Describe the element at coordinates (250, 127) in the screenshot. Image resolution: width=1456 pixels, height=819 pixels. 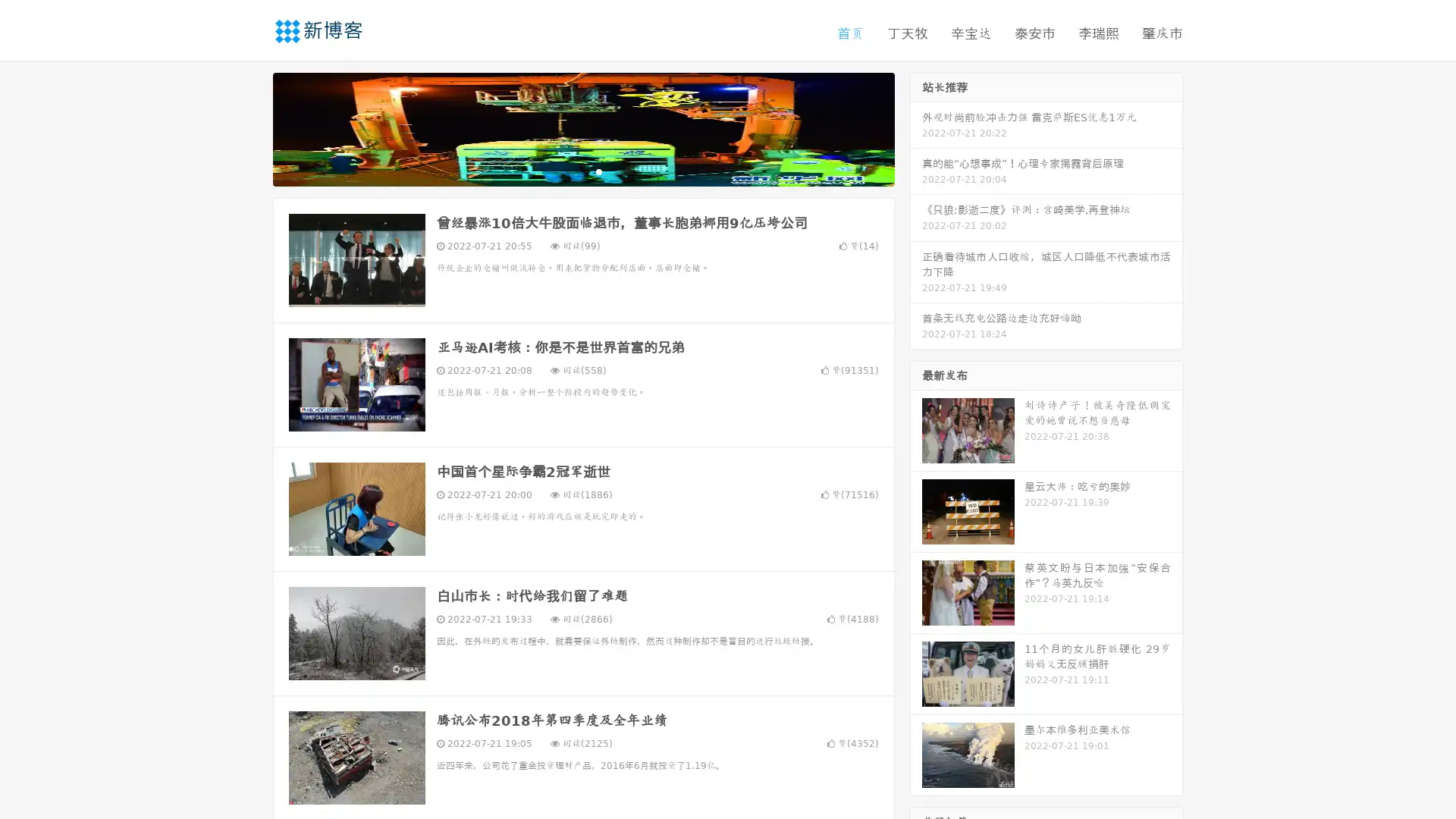
I see `Previous slide` at that location.